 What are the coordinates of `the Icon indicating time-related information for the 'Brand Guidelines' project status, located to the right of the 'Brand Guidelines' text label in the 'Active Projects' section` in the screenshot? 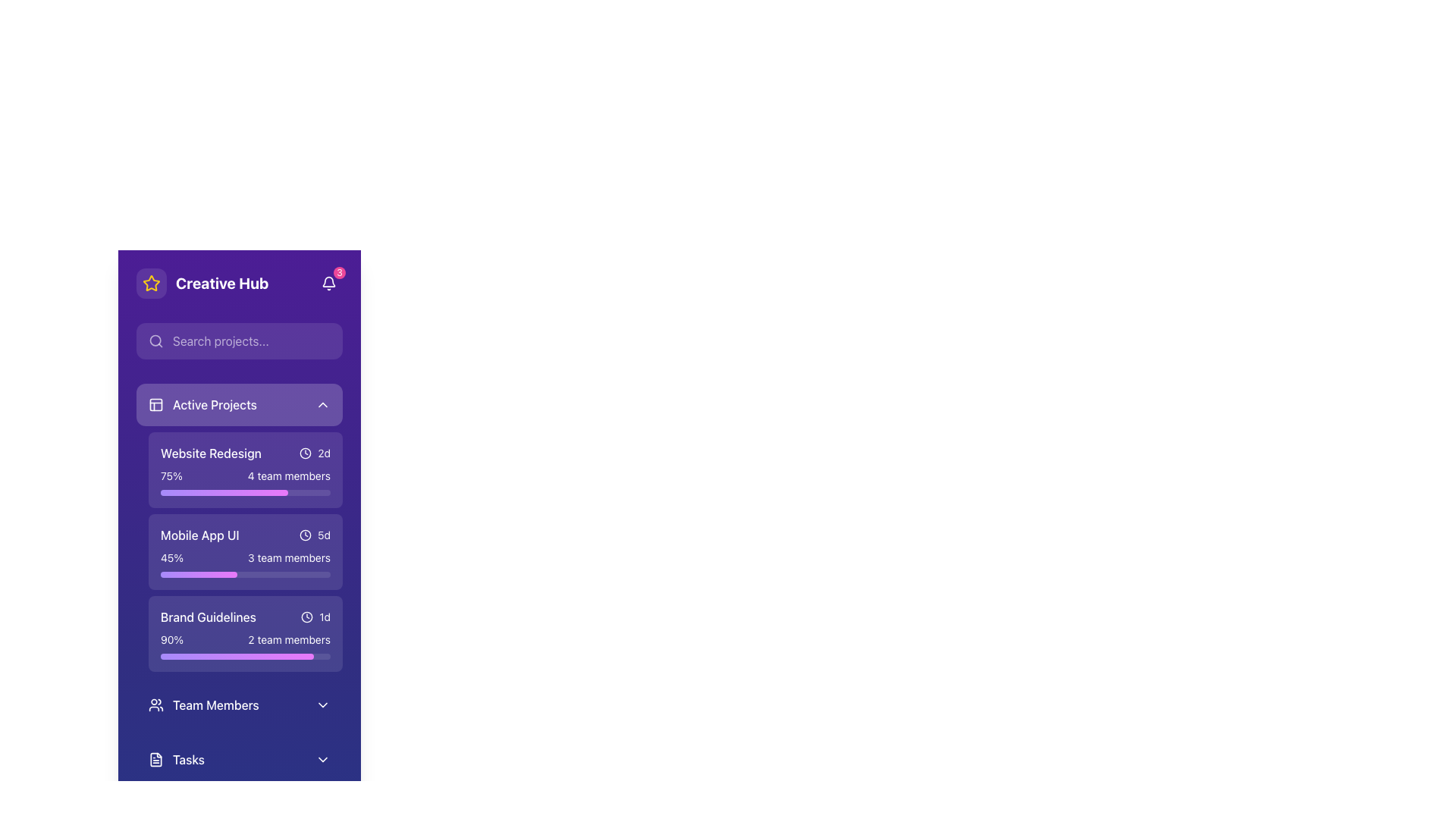 It's located at (315, 617).